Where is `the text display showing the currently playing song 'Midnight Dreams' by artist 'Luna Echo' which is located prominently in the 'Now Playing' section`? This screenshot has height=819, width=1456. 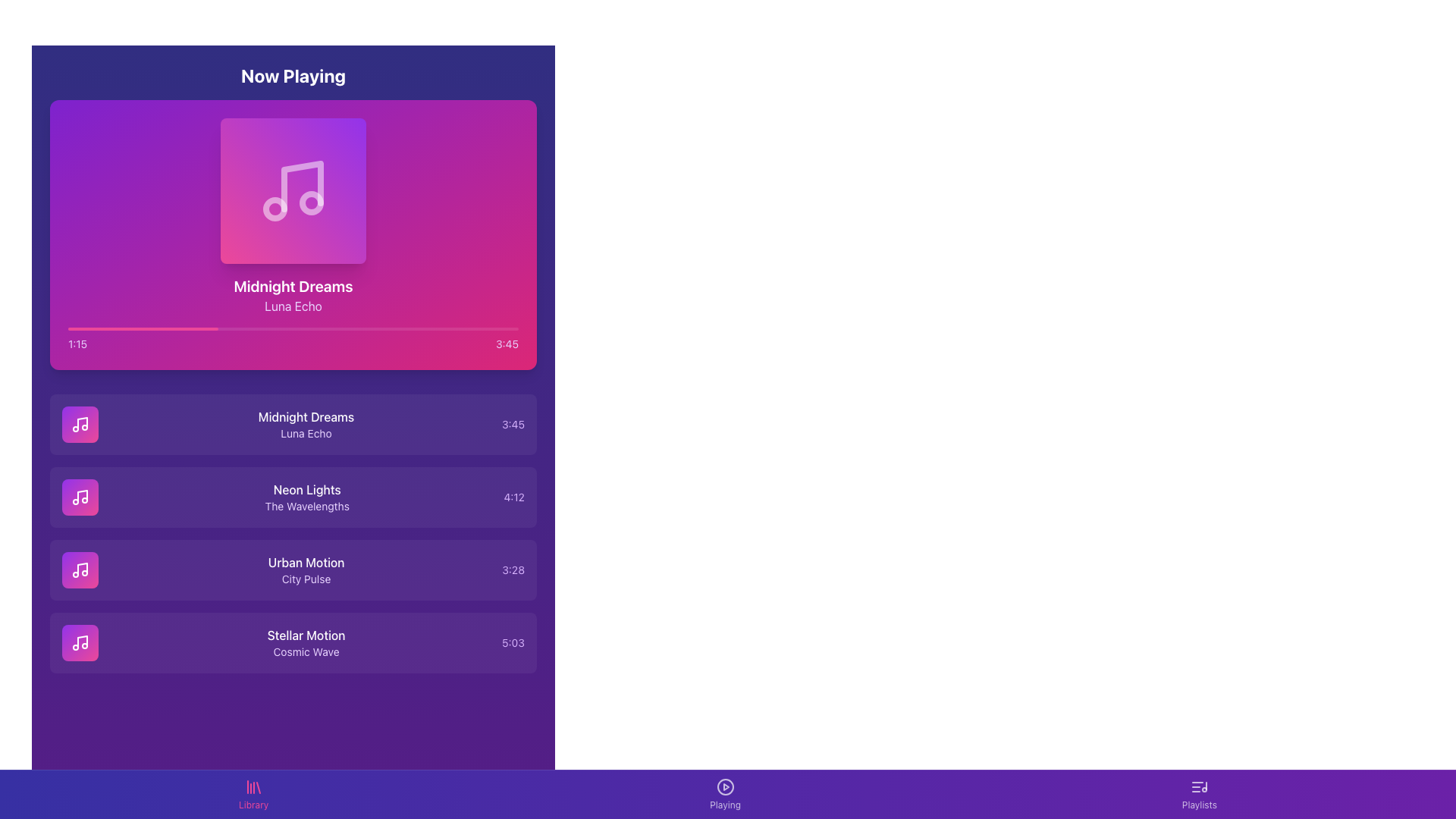 the text display showing the currently playing song 'Midnight Dreams' by artist 'Luna Echo' which is located prominently in the 'Now Playing' section is located at coordinates (293, 295).